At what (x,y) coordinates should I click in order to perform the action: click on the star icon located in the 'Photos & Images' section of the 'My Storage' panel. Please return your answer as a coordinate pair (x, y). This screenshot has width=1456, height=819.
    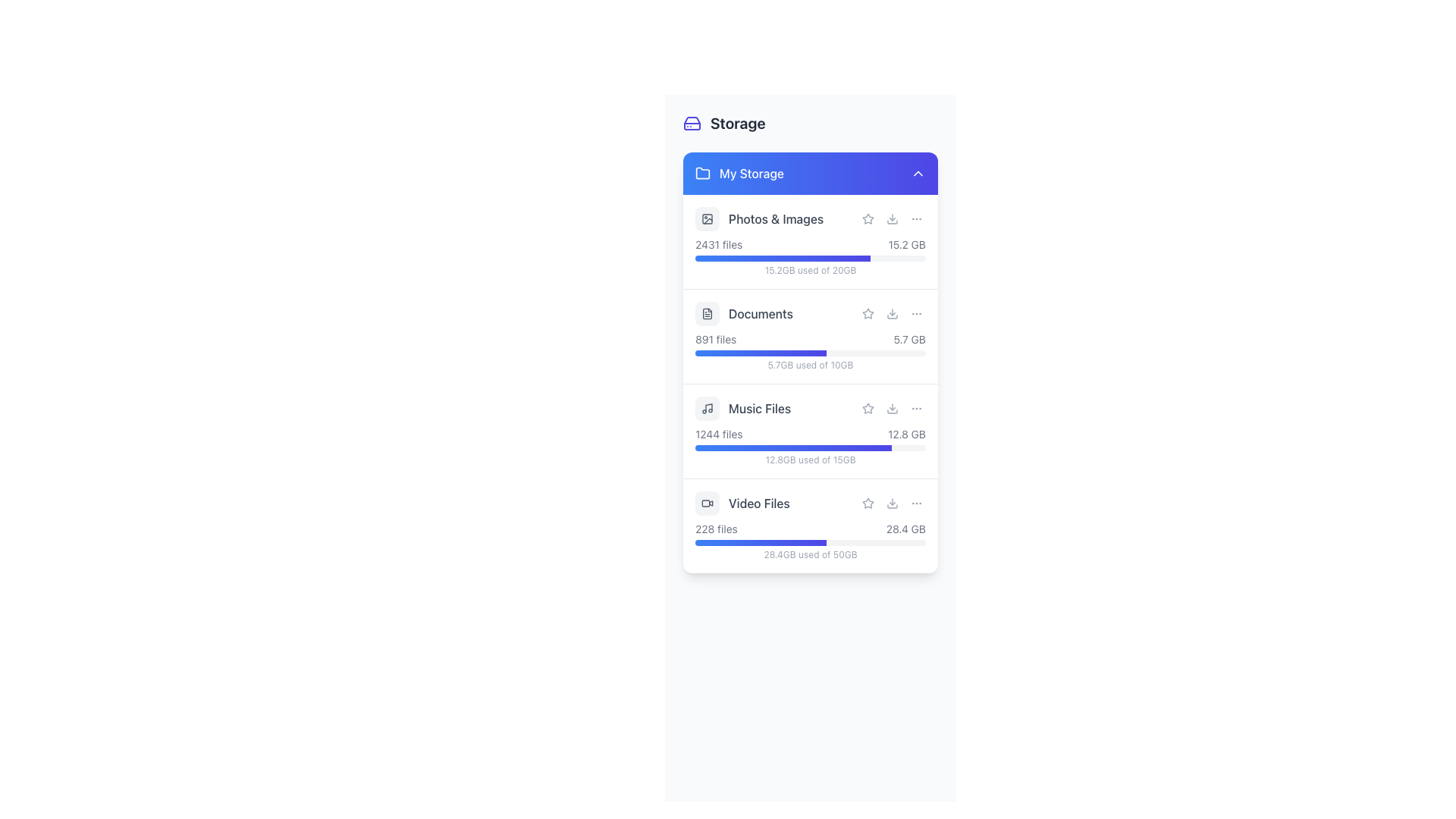
    Looking at the image, I should click on (868, 219).